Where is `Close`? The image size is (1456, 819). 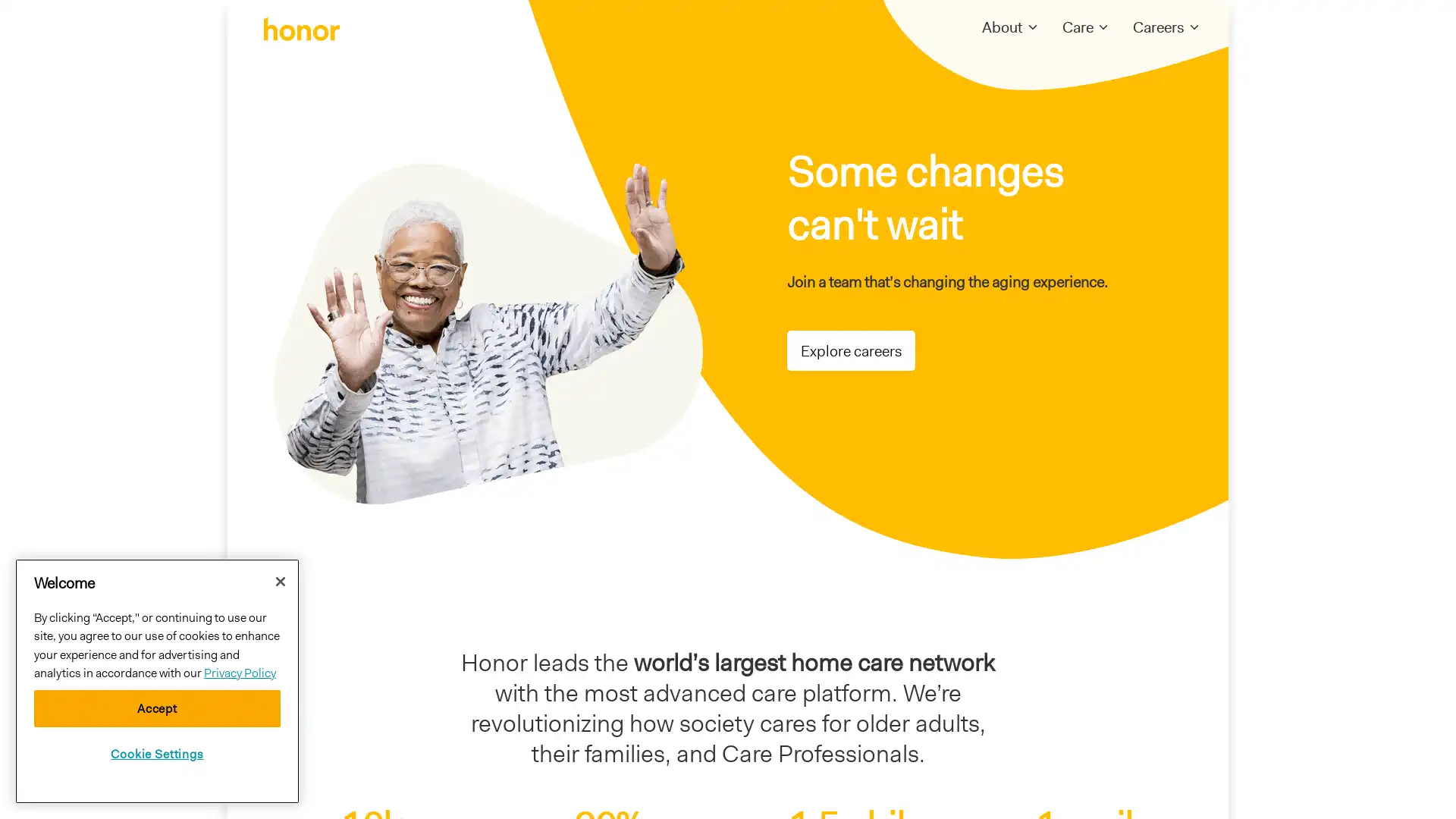
Close is located at coordinates (280, 580).